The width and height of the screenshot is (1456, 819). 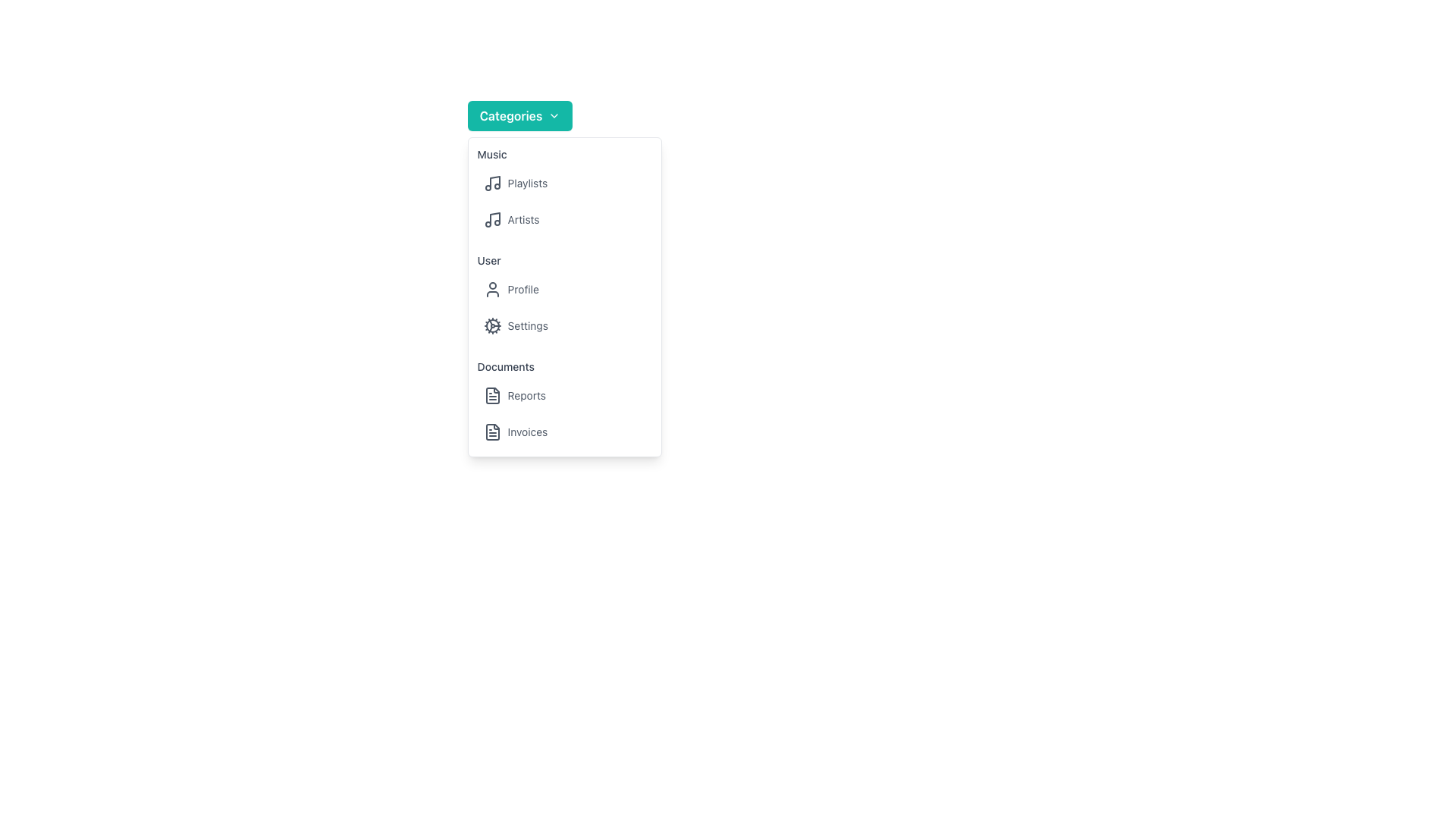 I want to click on the cogwheel icon located within the 'Settings' menu option in the vertical dropdown menu, so click(x=492, y=325).